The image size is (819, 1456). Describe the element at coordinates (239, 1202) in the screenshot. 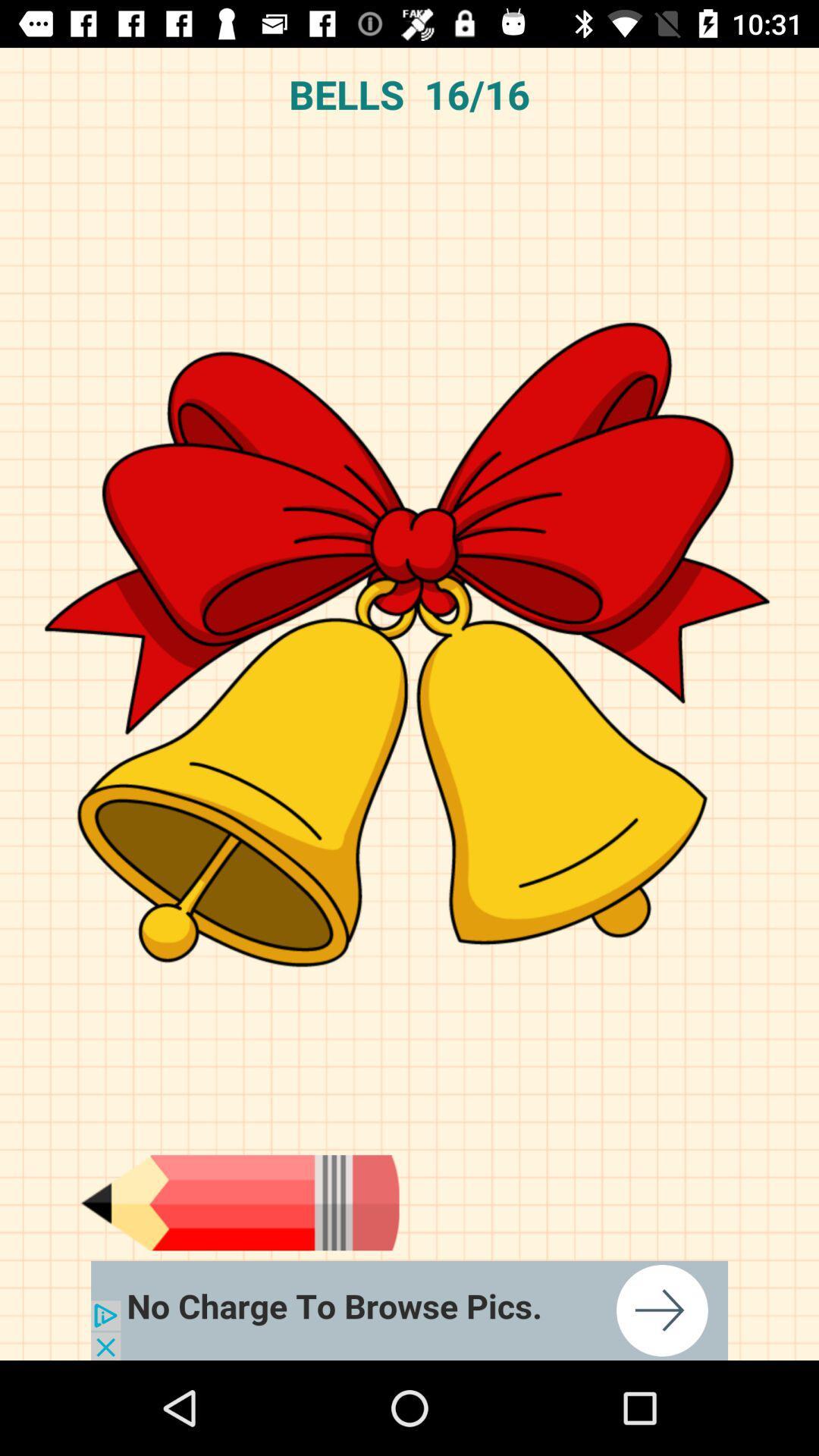

I see `go back` at that location.